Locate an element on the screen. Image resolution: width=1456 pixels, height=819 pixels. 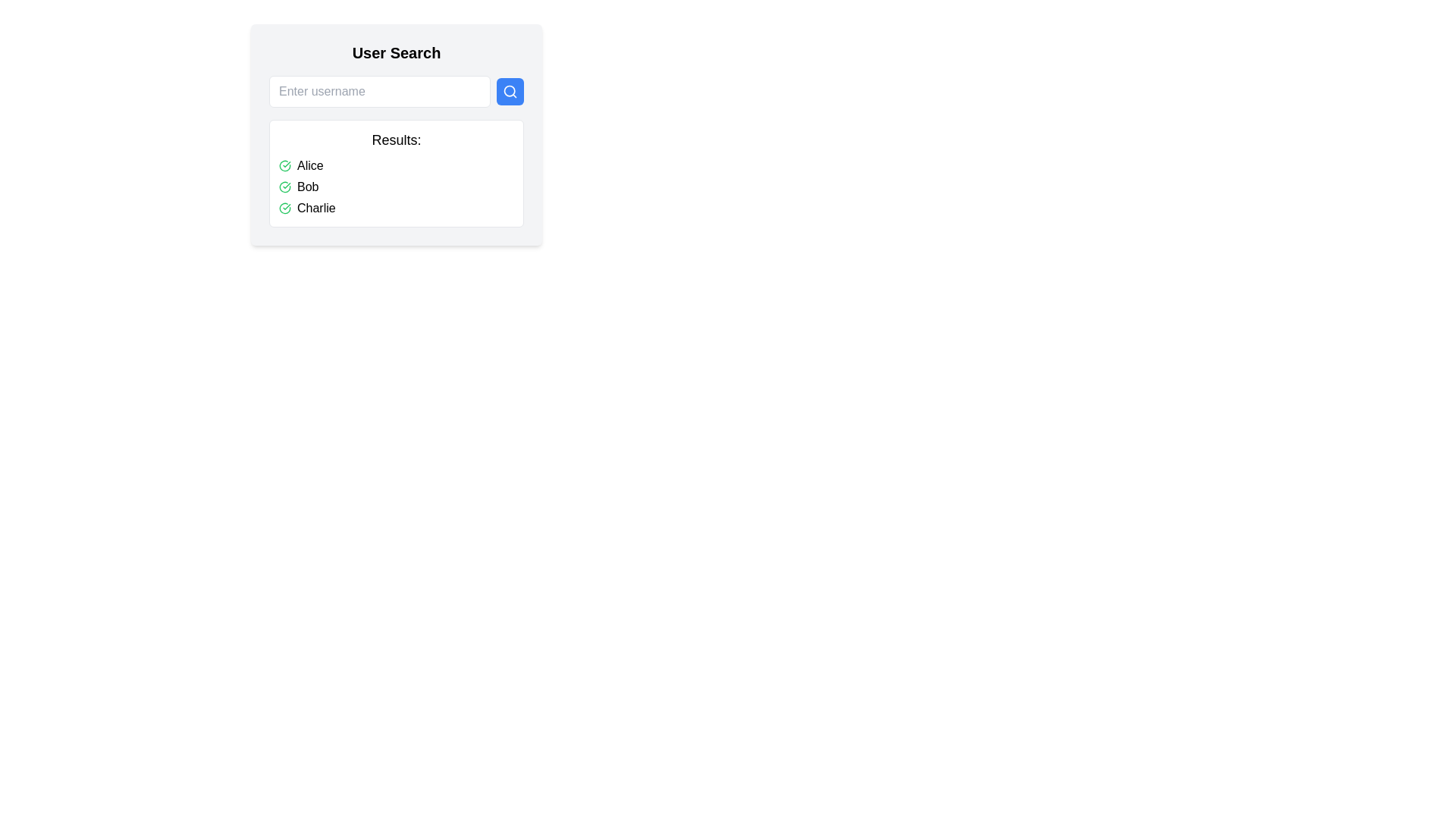
the second item in the vertical list containing 'Alice', 'Bob', and 'Charlie', which is located under the 'Results:' section of the 'User Search' interface is located at coordinates (397, 186).